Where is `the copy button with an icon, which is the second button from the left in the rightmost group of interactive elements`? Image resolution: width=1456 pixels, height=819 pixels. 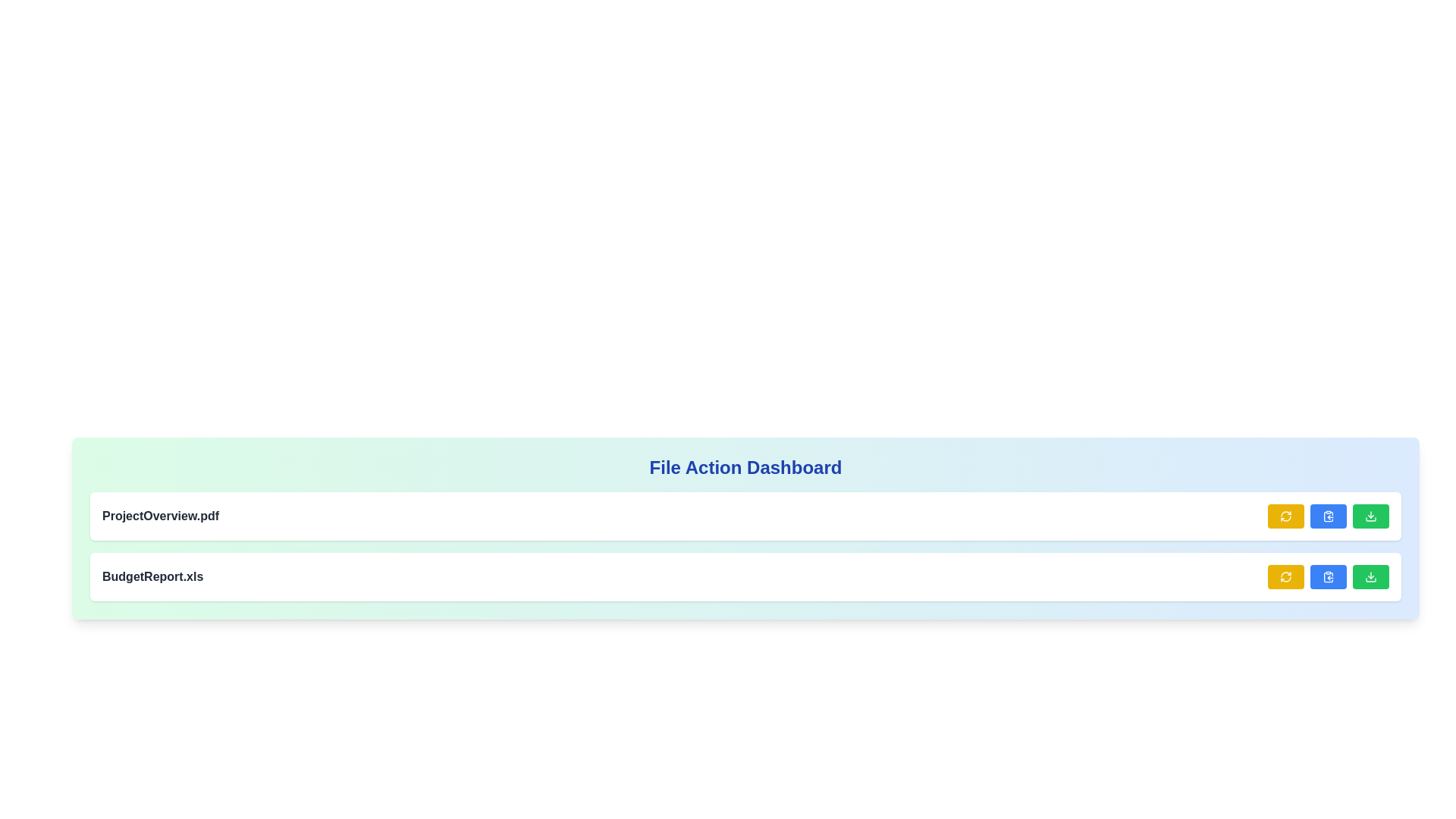 the copy button with an icon, which is the second button from the left in the rightmost group of interactive elements is located at coordinates (1328, 576).